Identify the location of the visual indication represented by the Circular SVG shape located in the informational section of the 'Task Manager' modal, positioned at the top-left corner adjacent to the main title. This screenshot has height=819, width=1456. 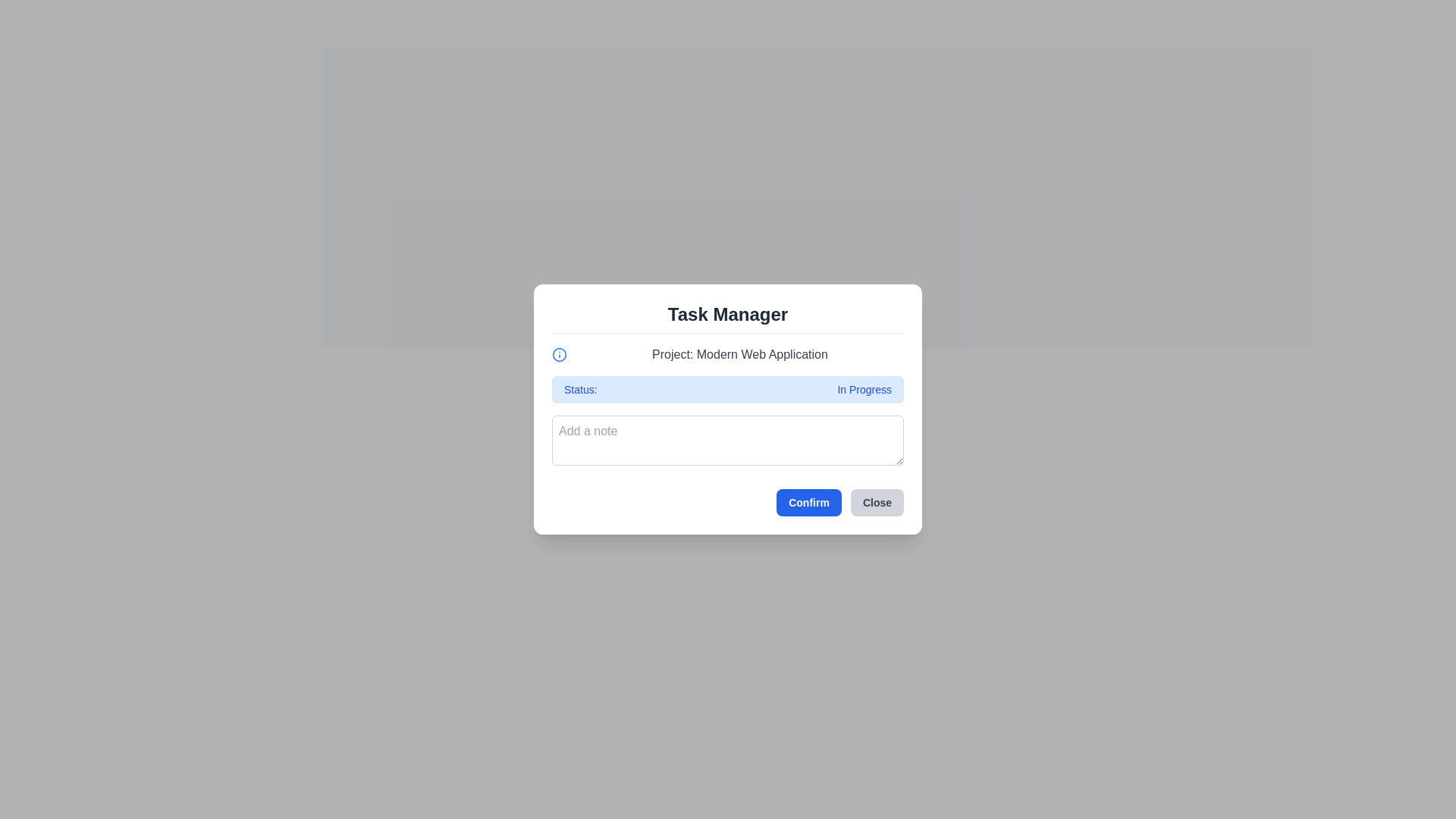
(559, 354).